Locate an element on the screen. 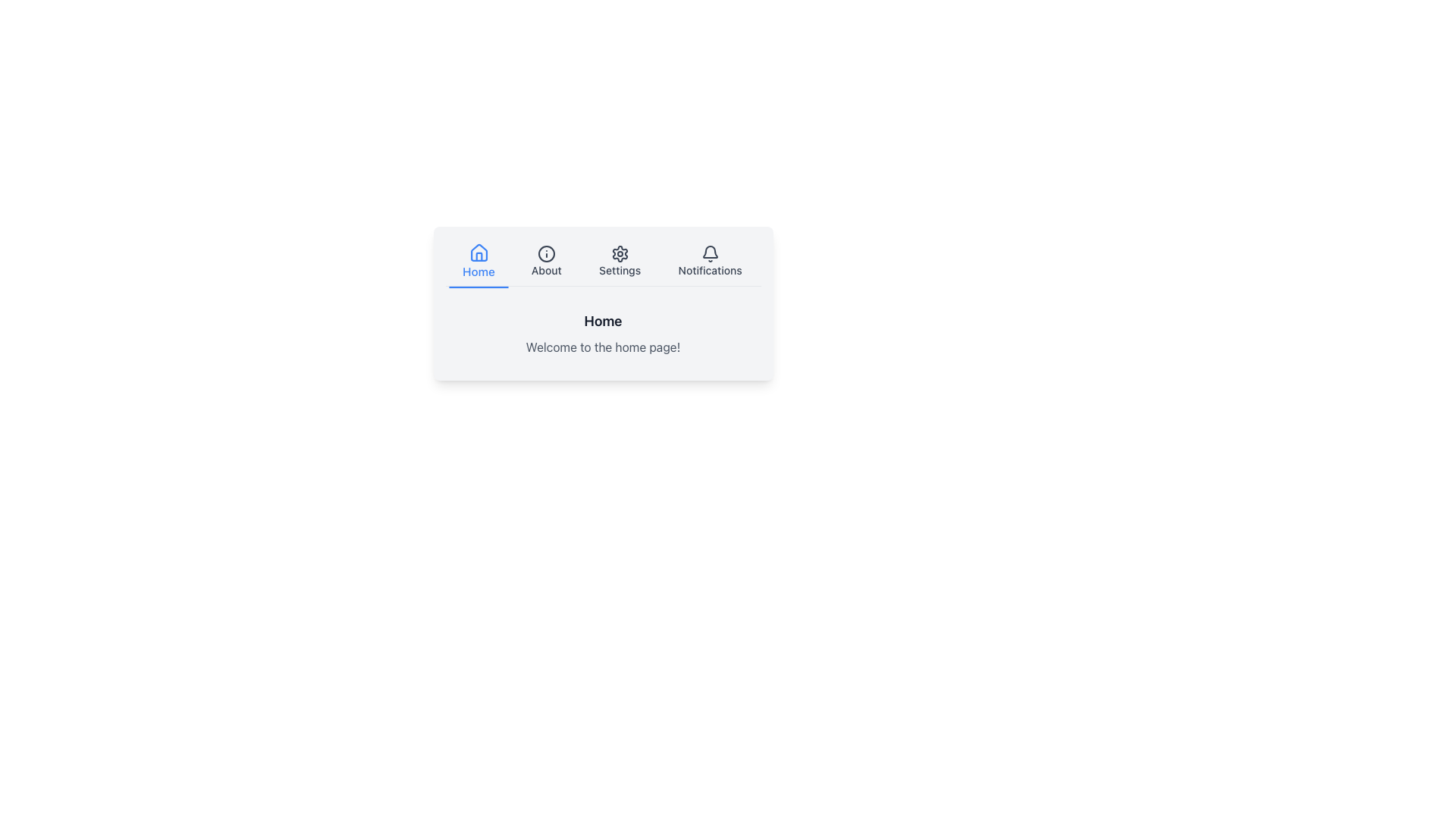  'Home' label text that identifies the navigation button for accessing the home page is located at coordinates (478, 271).